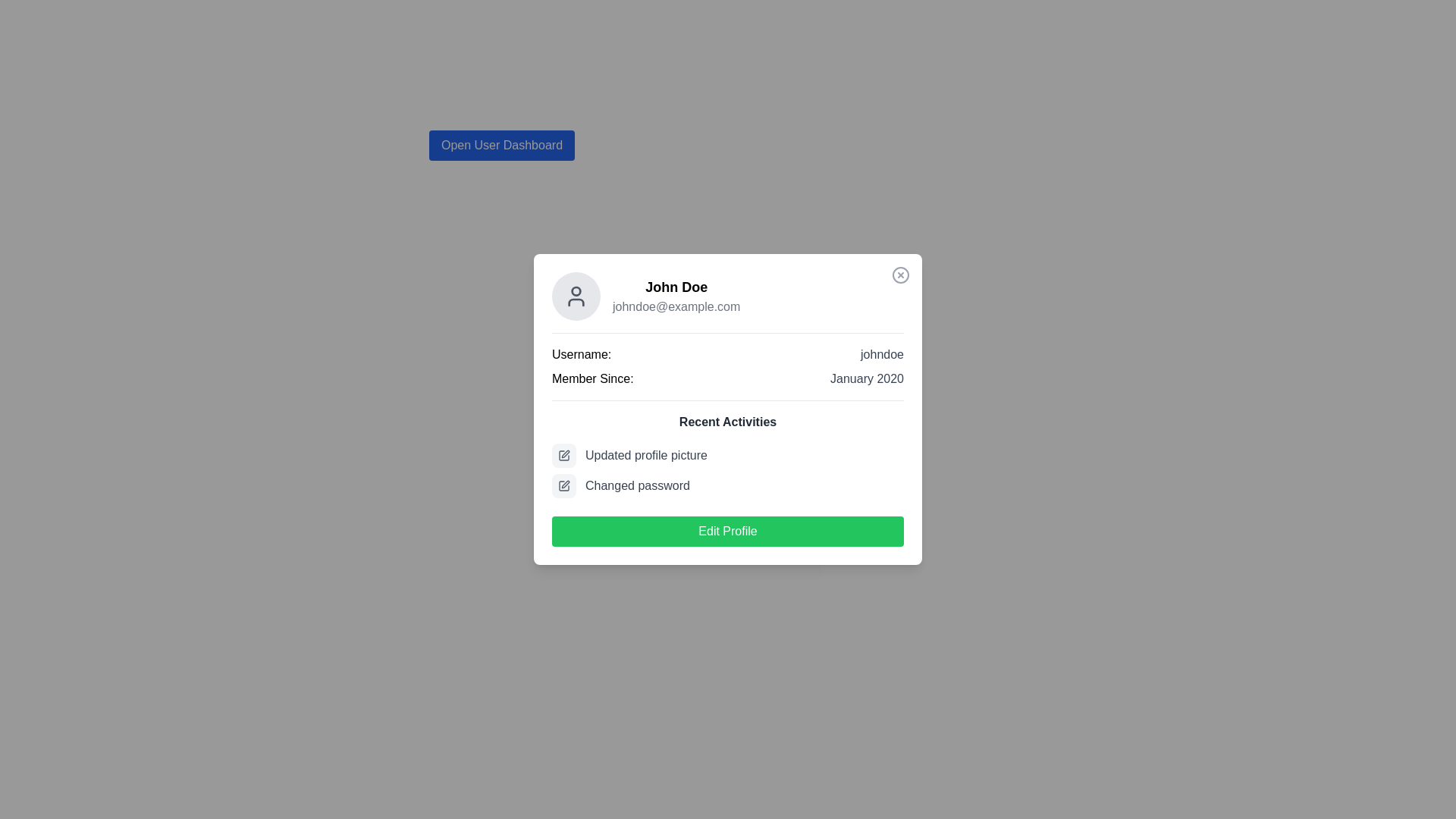 This screenshot has width=1456, height=819. I want to click on the circular icon with a thin border and a cross mark inside, located at the top-right corner of the user profile card component, so click(901, 275).